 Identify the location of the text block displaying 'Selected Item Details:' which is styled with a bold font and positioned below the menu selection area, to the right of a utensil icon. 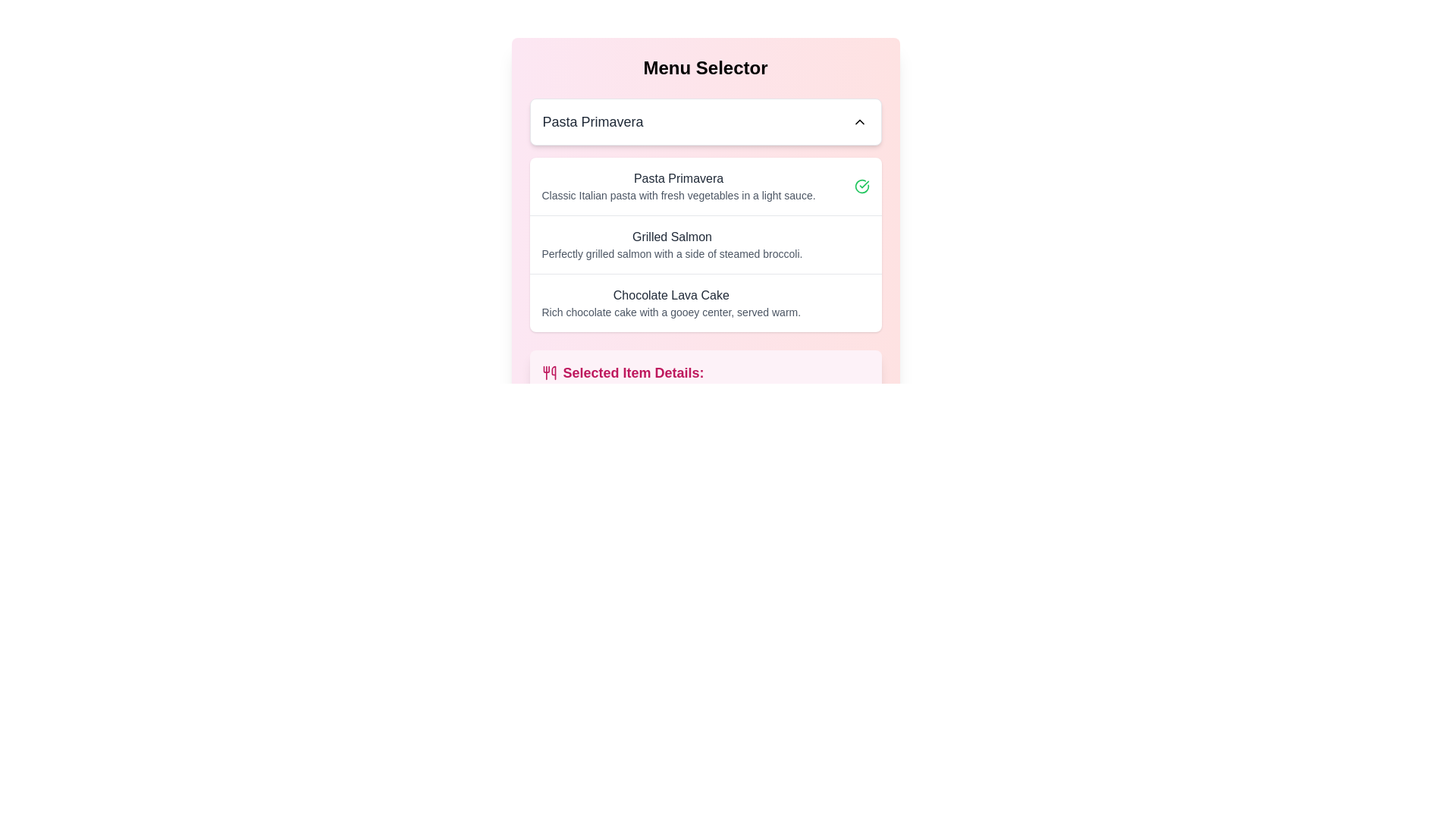
(633, 373).